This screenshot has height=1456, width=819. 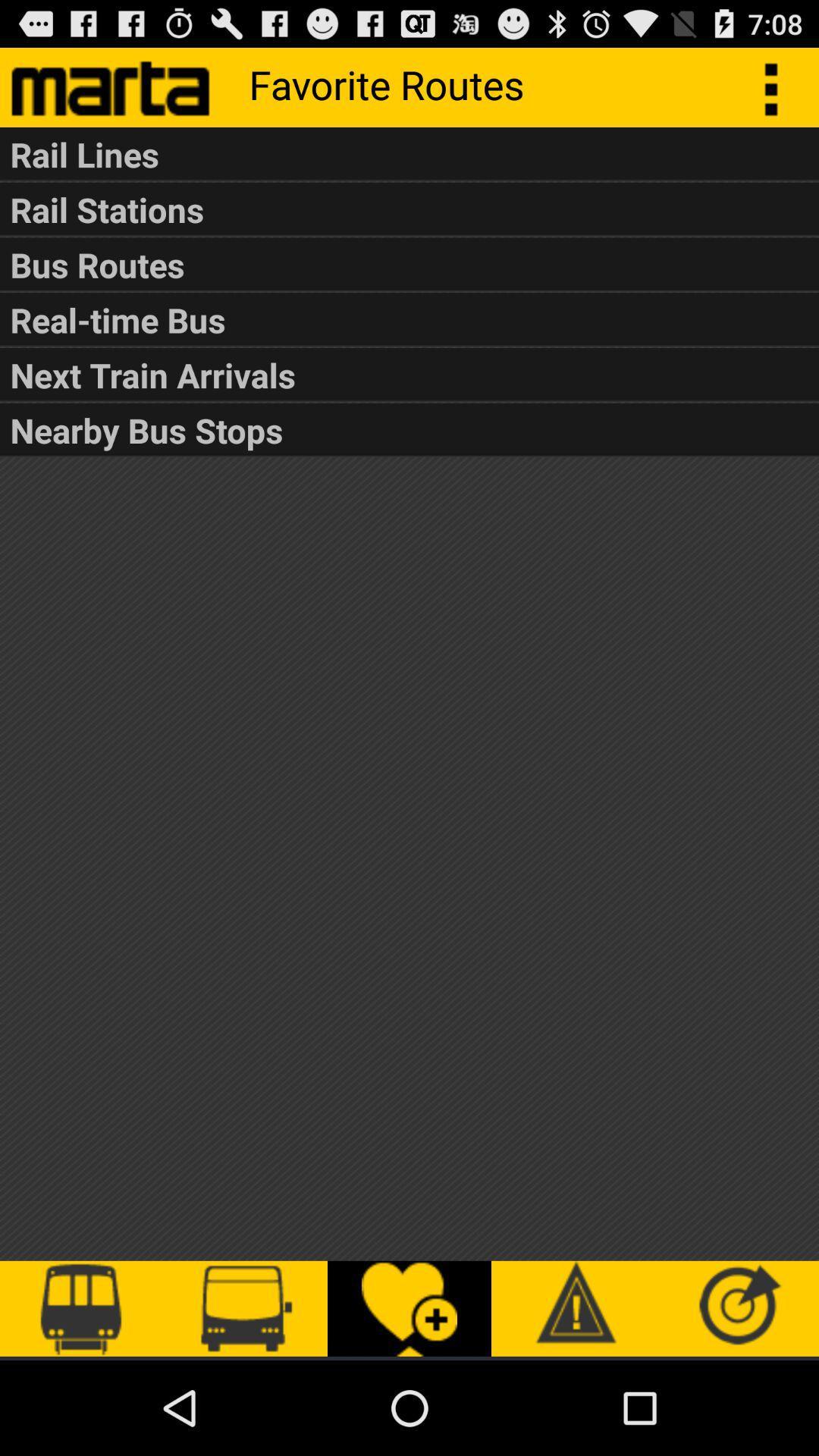 I want to click on the more icon, so click(x=779, y=93).